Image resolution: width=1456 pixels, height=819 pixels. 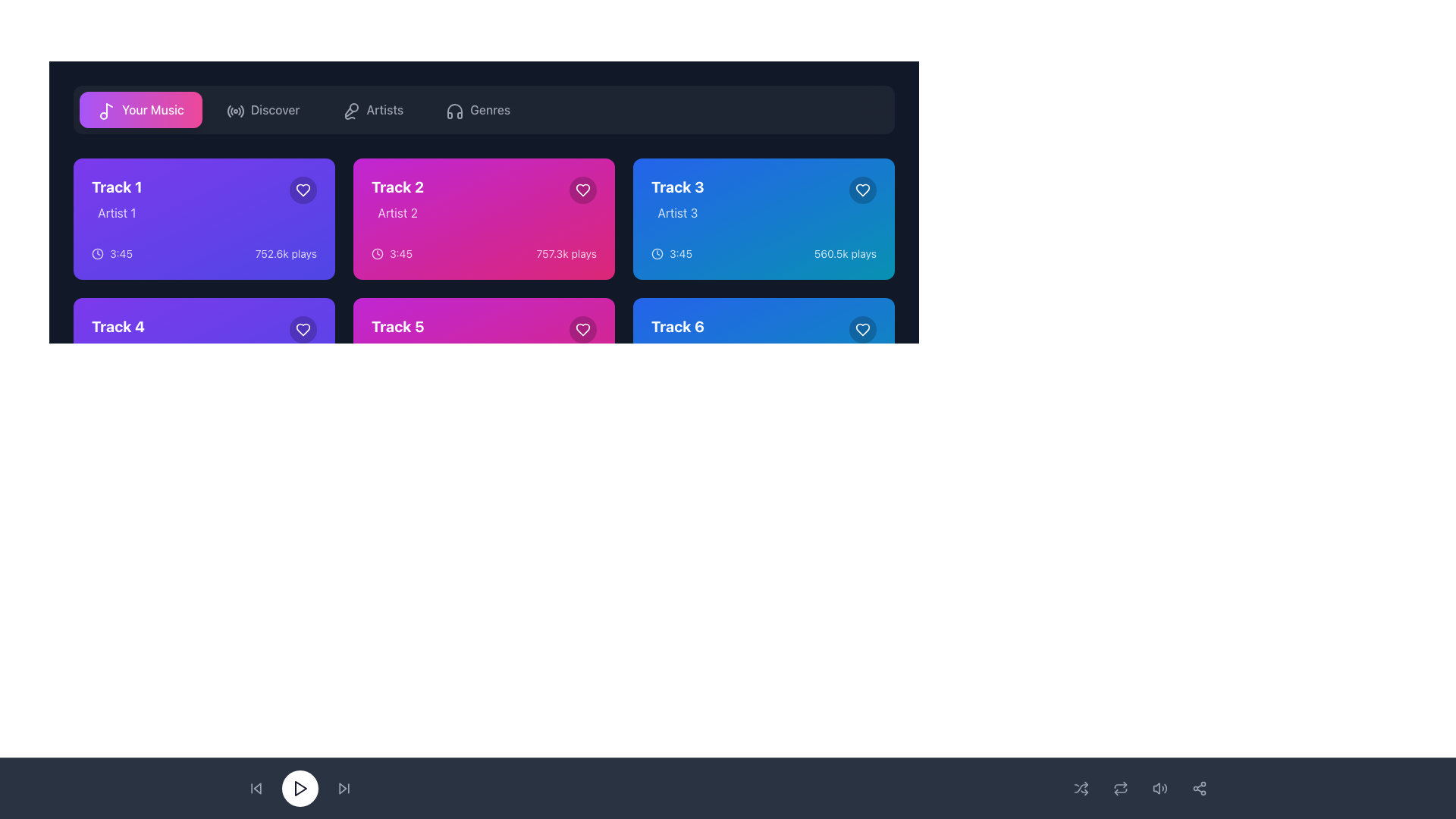 I want to click on the favorite icon button for 'Track 5' located, so click(x=582, y=329).